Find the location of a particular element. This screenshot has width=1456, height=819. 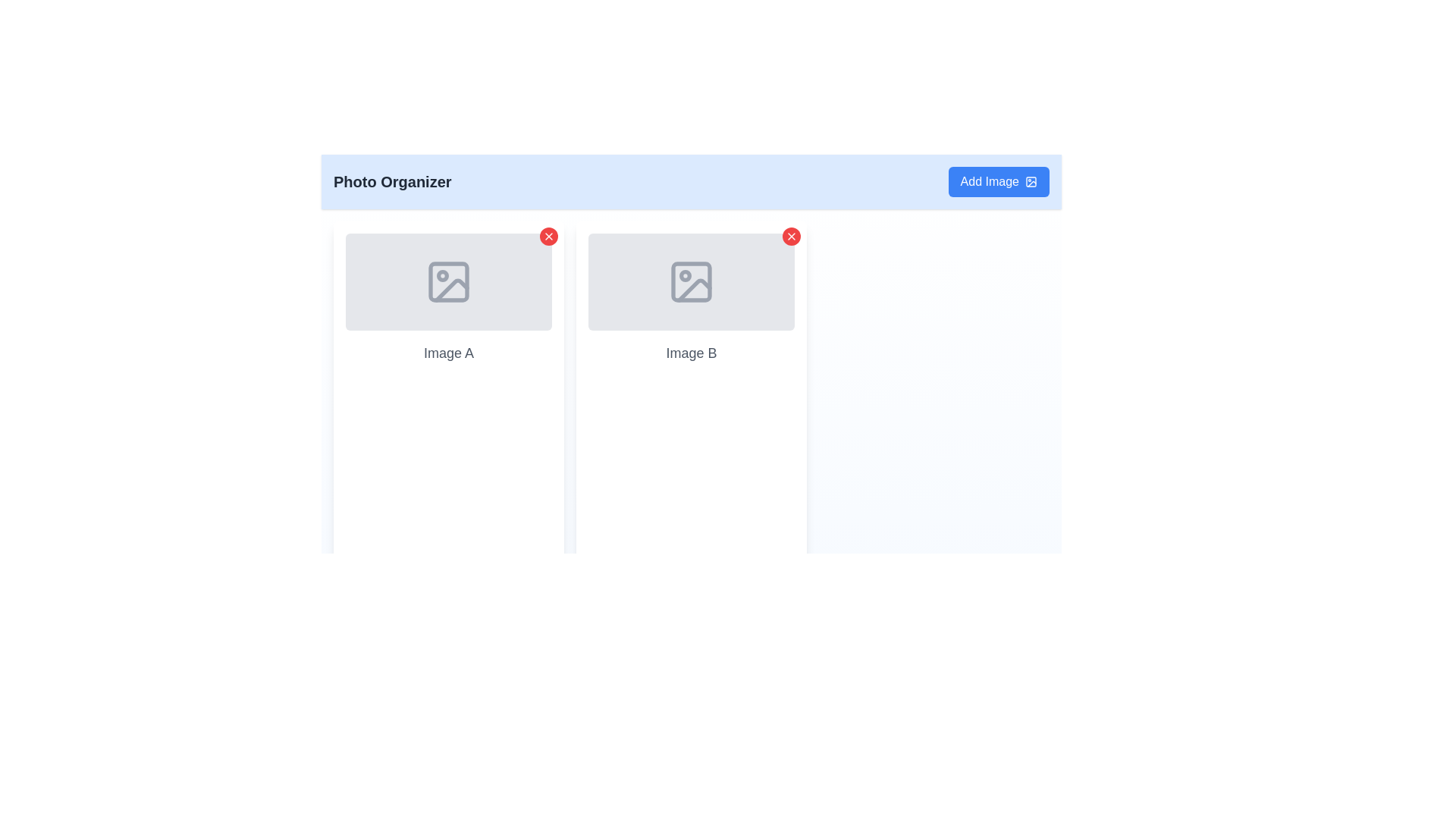

the small red circular button with a white 'X' icon located at the top-right corner of the card labeled 'Image B' to observe a color change is located at coordinates (790, 237).